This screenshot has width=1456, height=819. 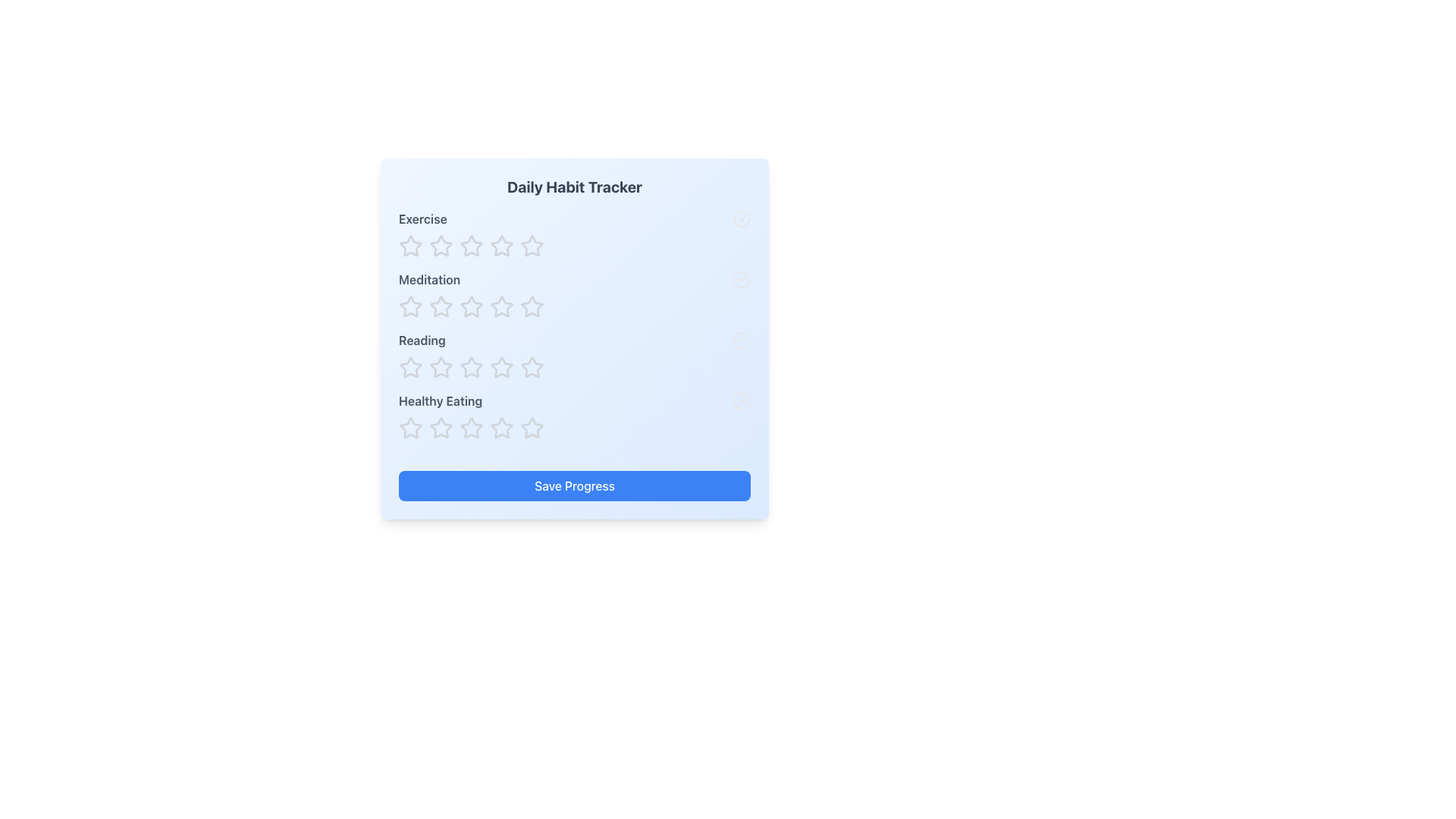 What do you see at coordinates (502, 428) in the screenshot?
I see `the fifth star in the row of stars under the 'Healthy Eating' category in the 'Daily Habit Tracker' section` at bounding box center [502, 428].